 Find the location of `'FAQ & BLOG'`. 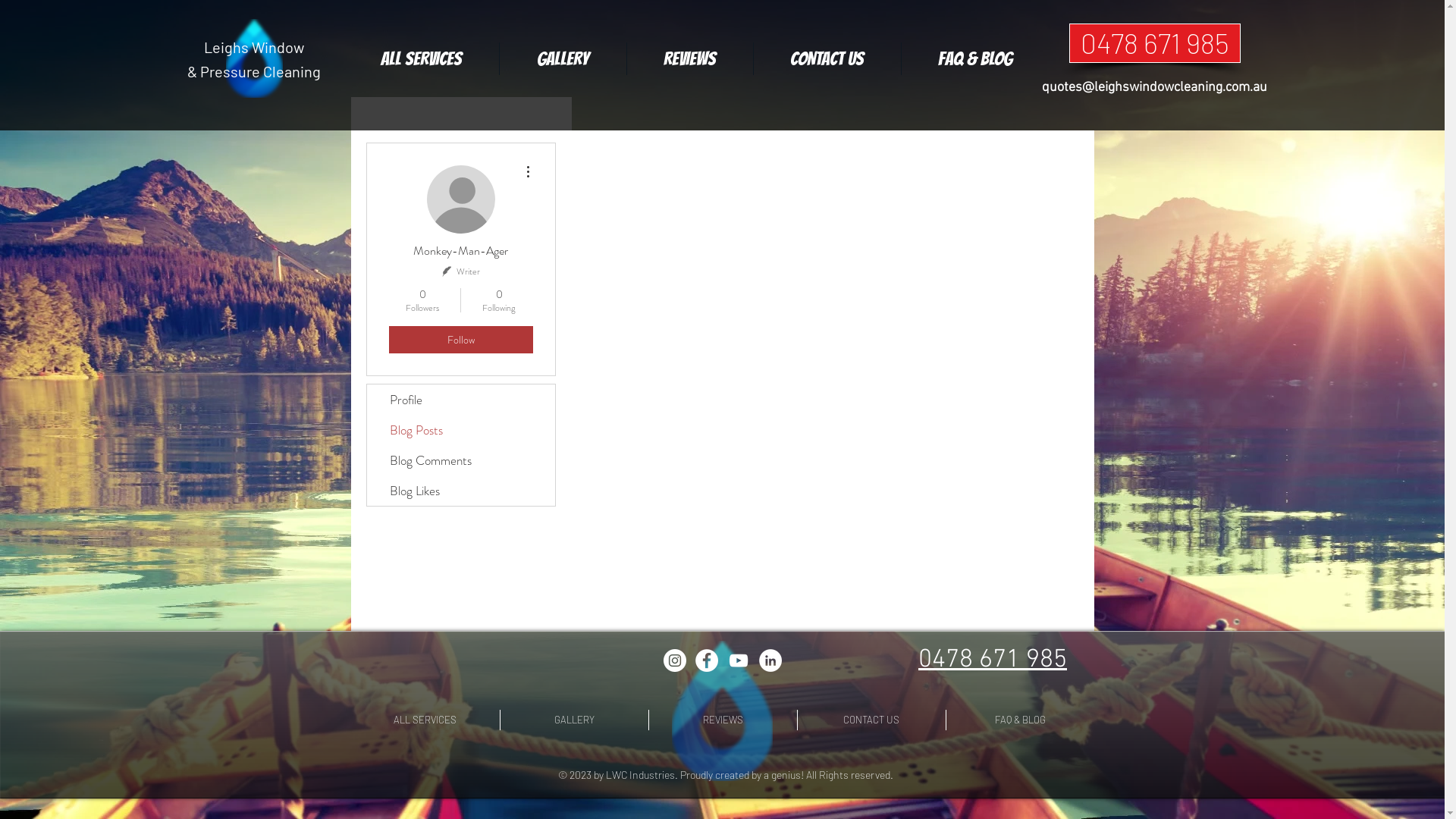

'FAQ & BLOG' is located at coordinates (946, 719).